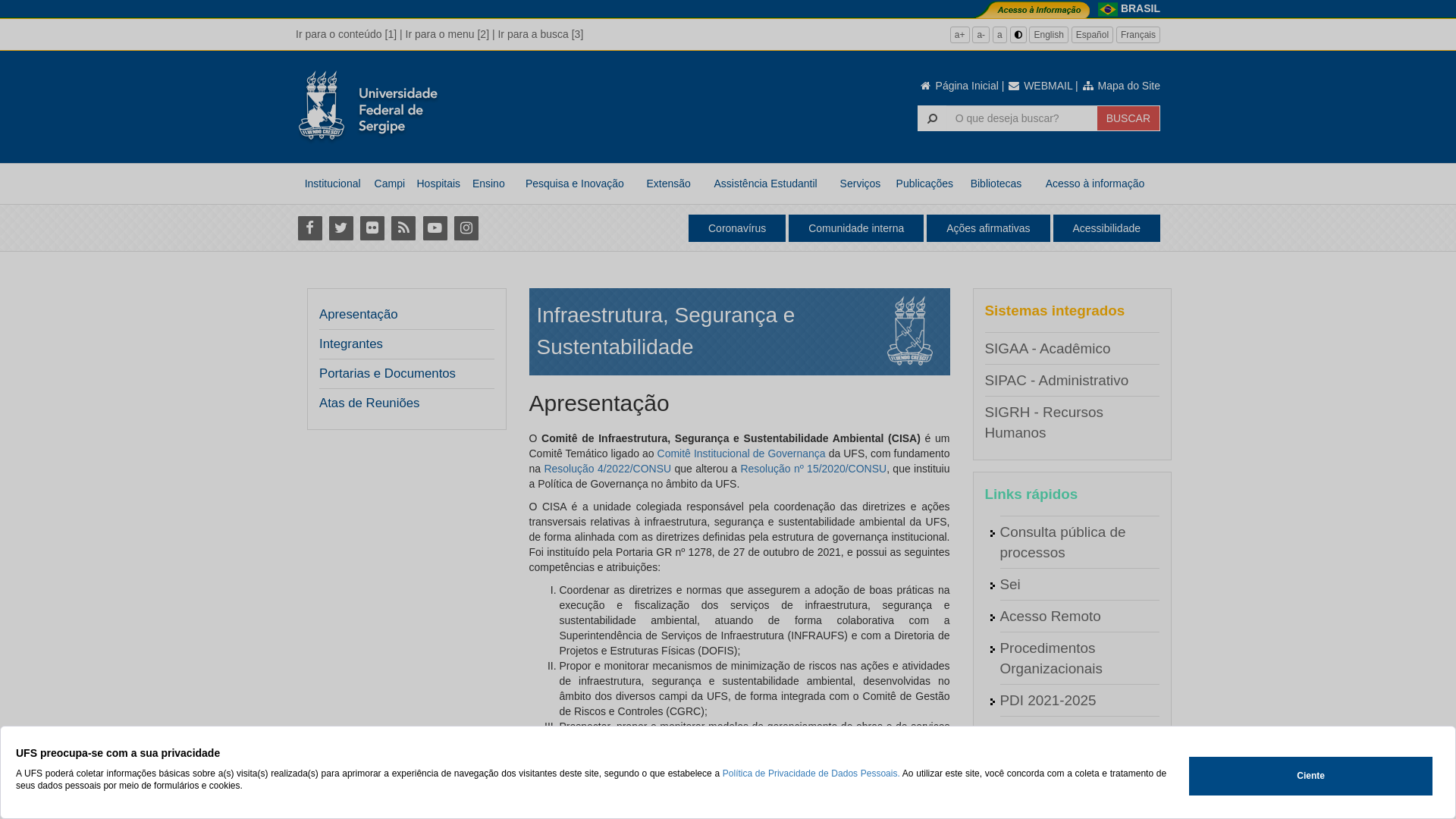 The height and width of the screenshot is (819, 1456). I want to click on 'BUSCAR', so click(1128, 117).